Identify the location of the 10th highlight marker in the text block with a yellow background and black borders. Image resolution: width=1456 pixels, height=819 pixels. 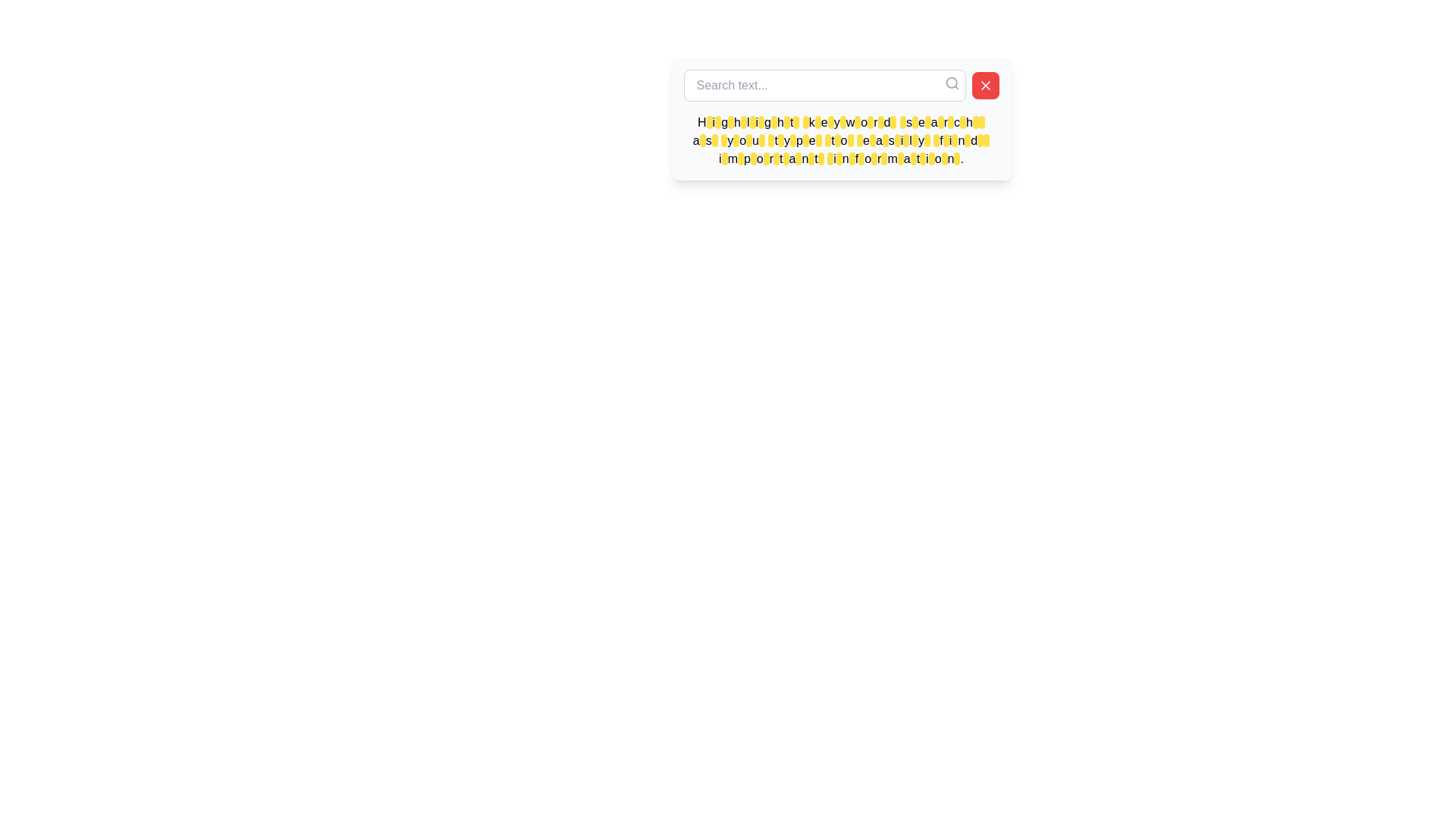
(805, 121).